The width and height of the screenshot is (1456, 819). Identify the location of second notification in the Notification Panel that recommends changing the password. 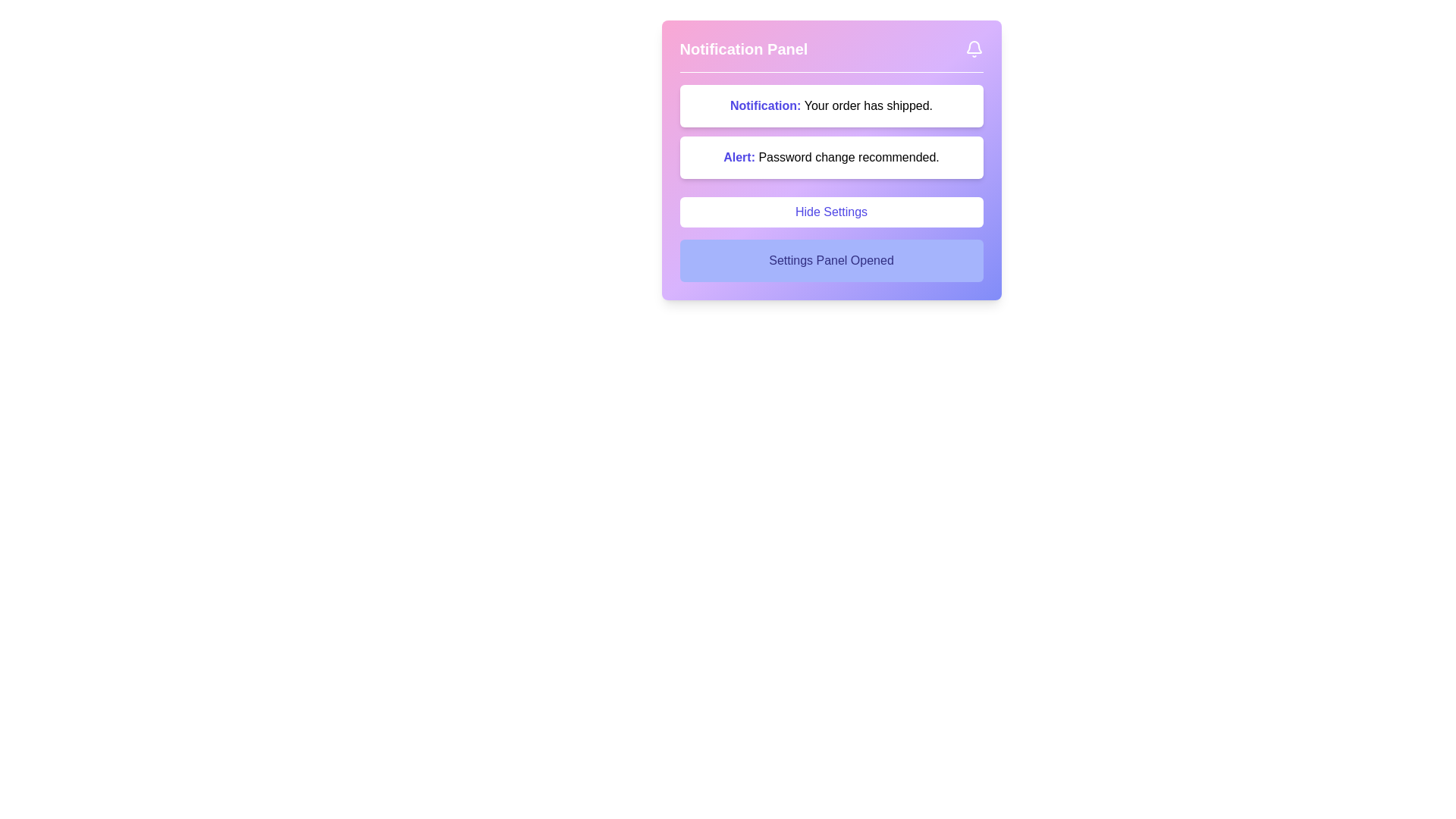
(830, 158).